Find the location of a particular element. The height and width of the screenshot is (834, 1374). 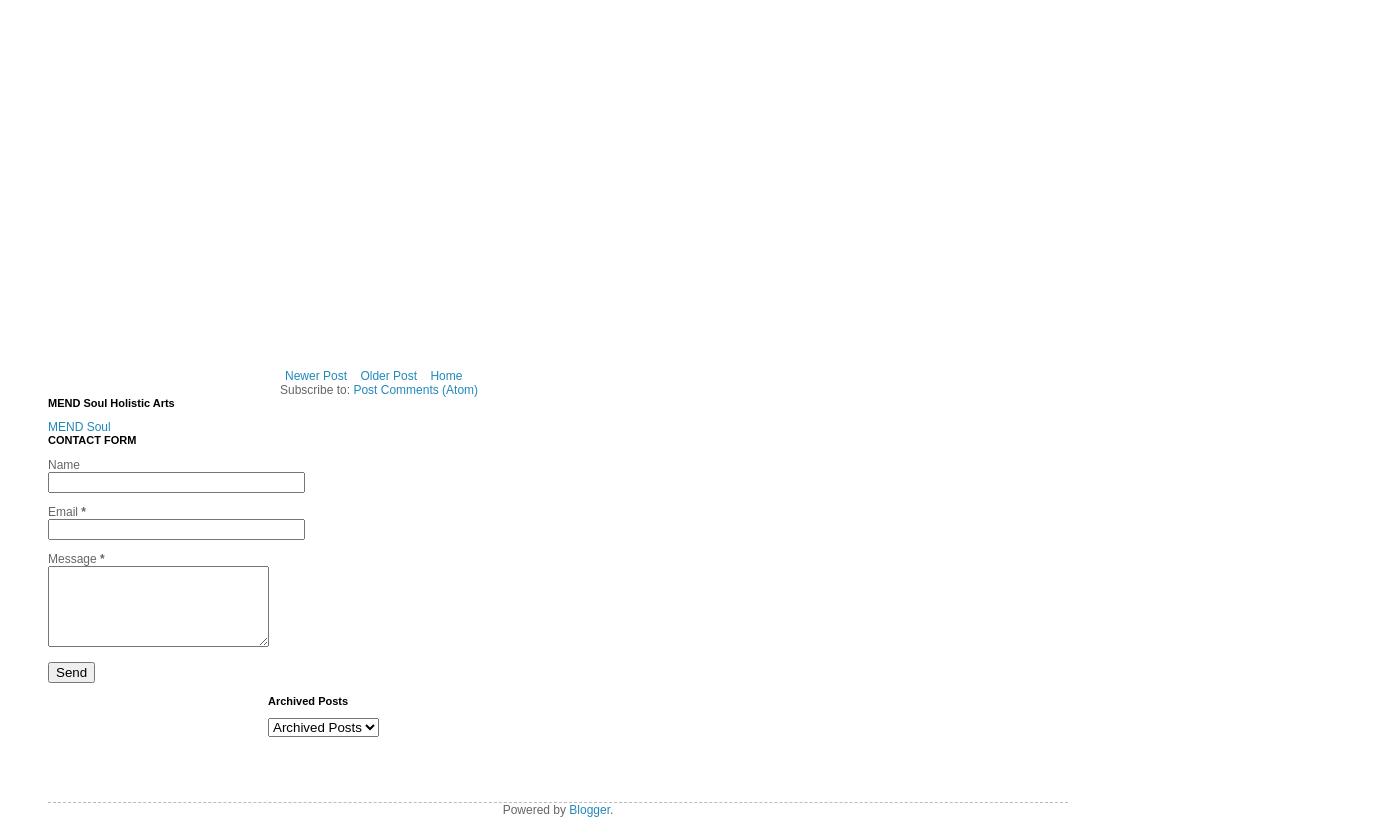

'MEND Soul Holistic Arts' is located at coordinates (110, 400).